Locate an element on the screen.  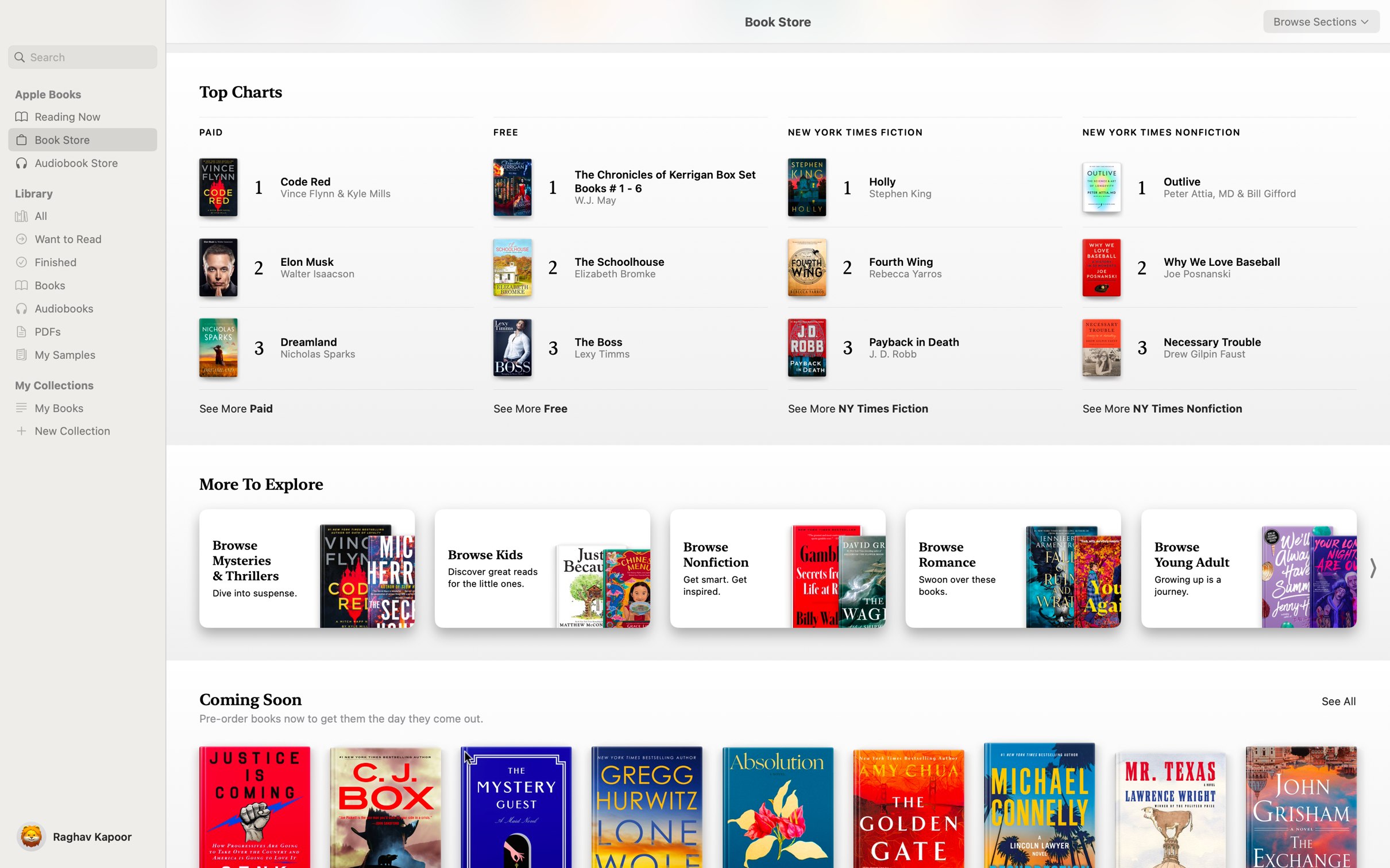
Use the search to find book "Rich dad poor dad is located at coordinates (82, 57).